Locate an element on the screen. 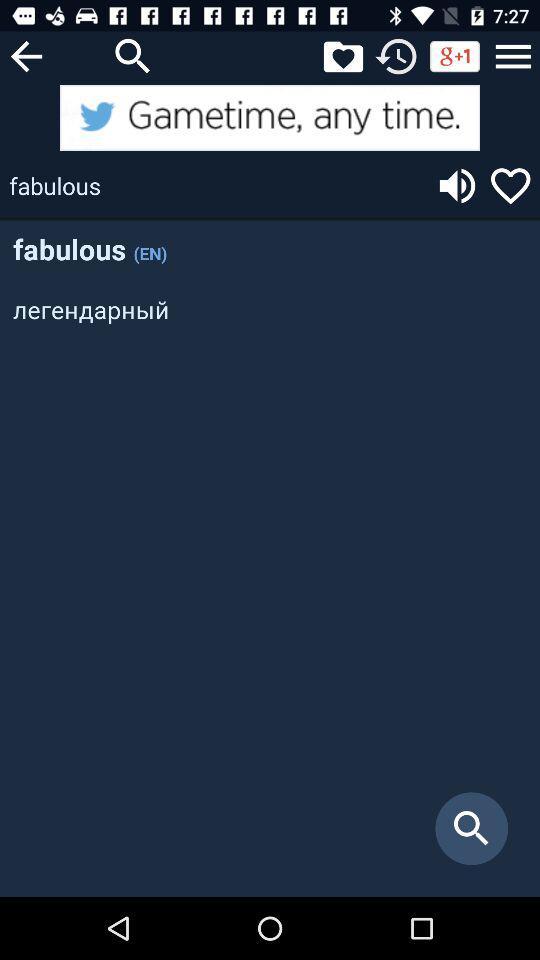  the favorite icon is located at coordinates (342, 55).